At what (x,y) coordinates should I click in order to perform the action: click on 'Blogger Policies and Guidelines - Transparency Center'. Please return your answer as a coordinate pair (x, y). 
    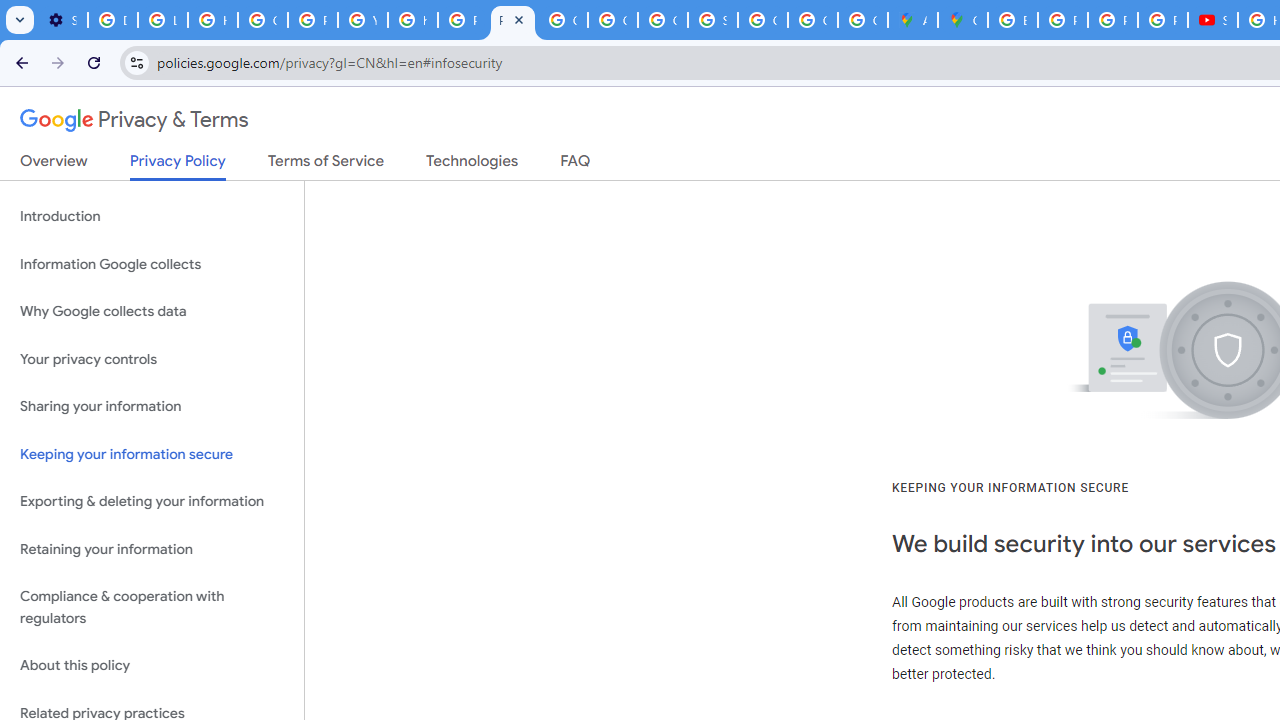
    Looking at the image, I should click on (1013, 20).